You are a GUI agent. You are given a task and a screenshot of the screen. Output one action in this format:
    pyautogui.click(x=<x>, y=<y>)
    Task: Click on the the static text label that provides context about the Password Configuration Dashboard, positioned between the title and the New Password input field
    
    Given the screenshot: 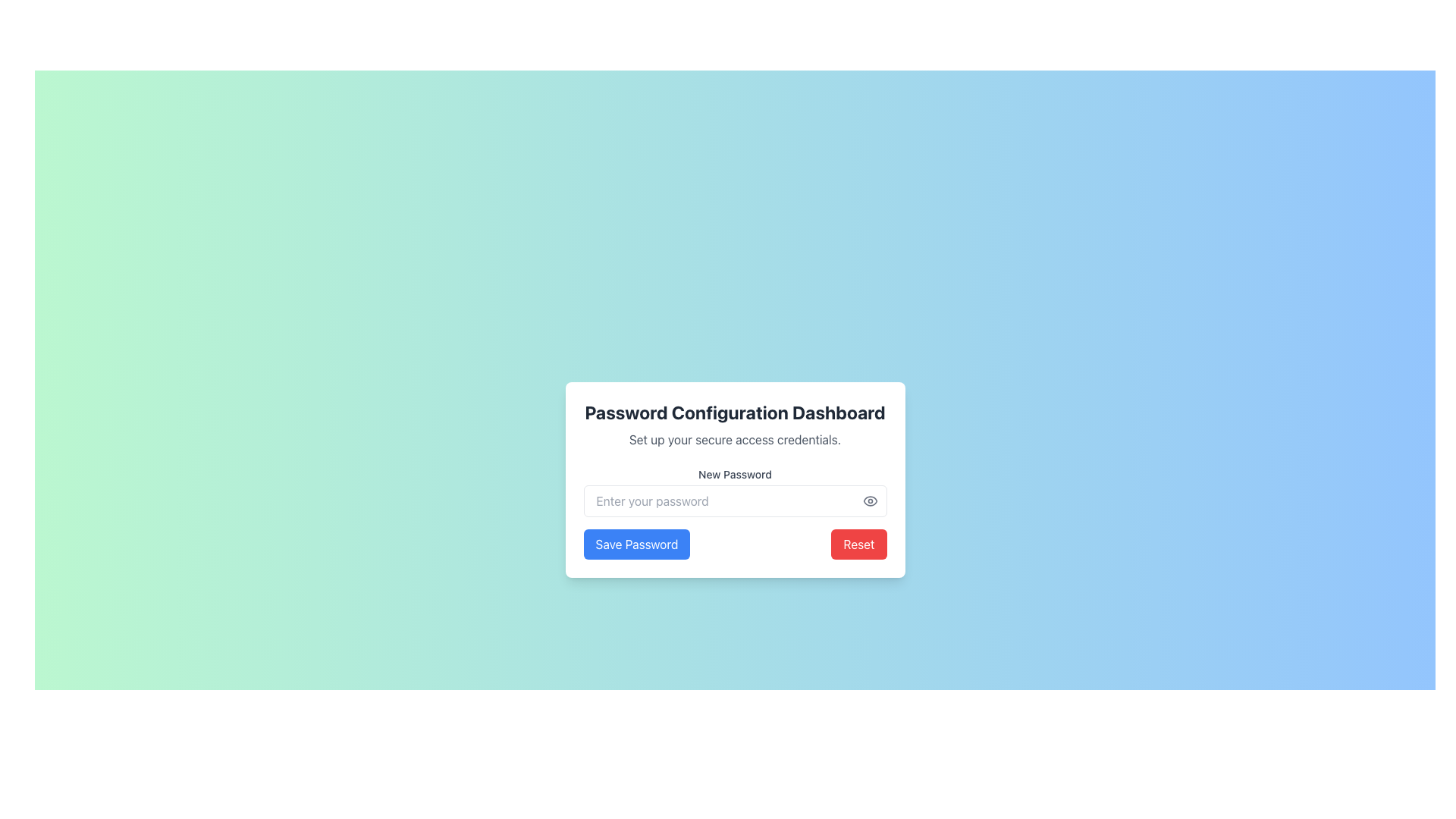 What is the action you would take?
    pyautogui.click(x=735, y=439)
    